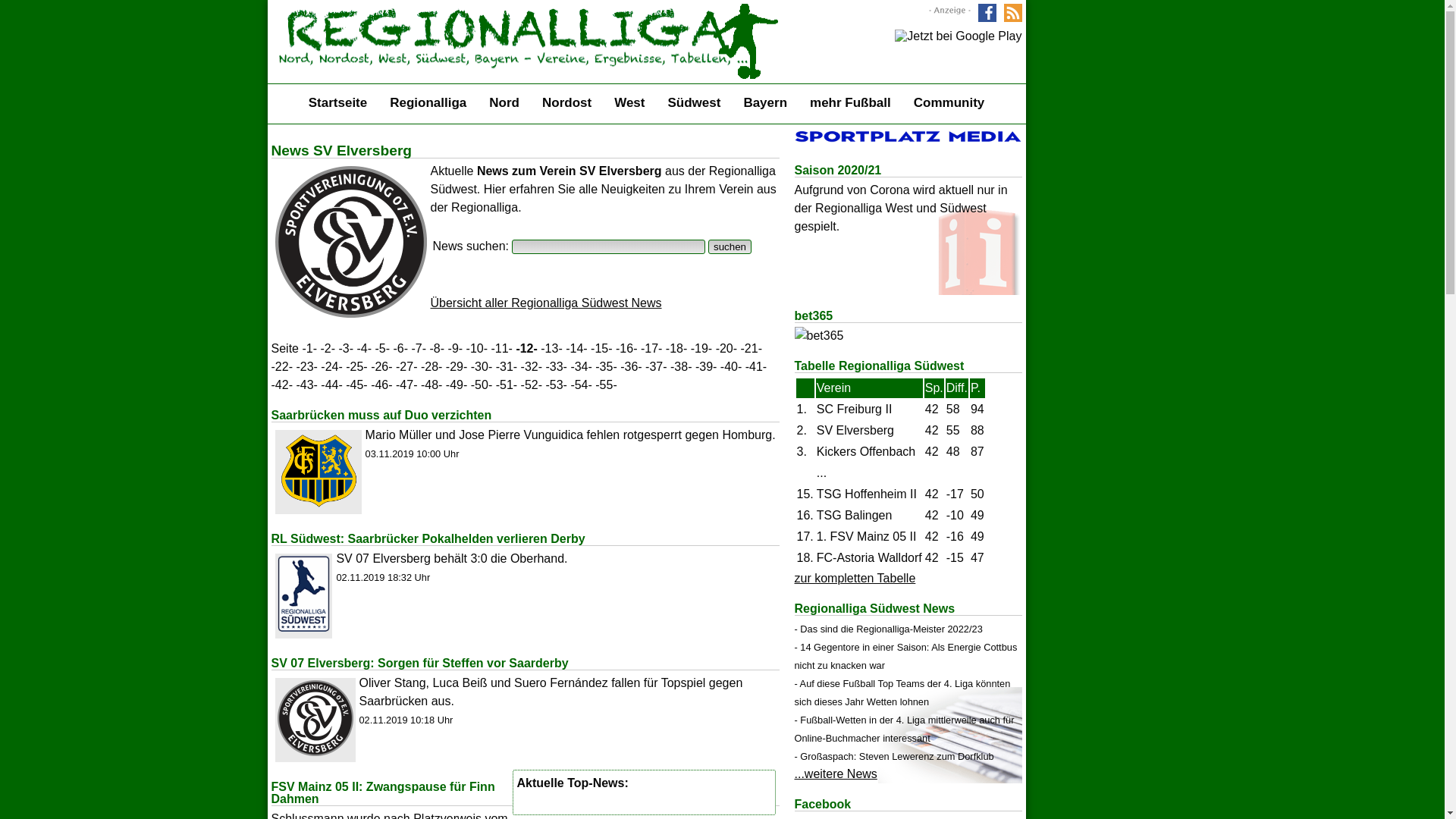  What do you see at coordinates (431, 384) in the screenshot?
I see `'-48-'` at bounding box center [431, 384].